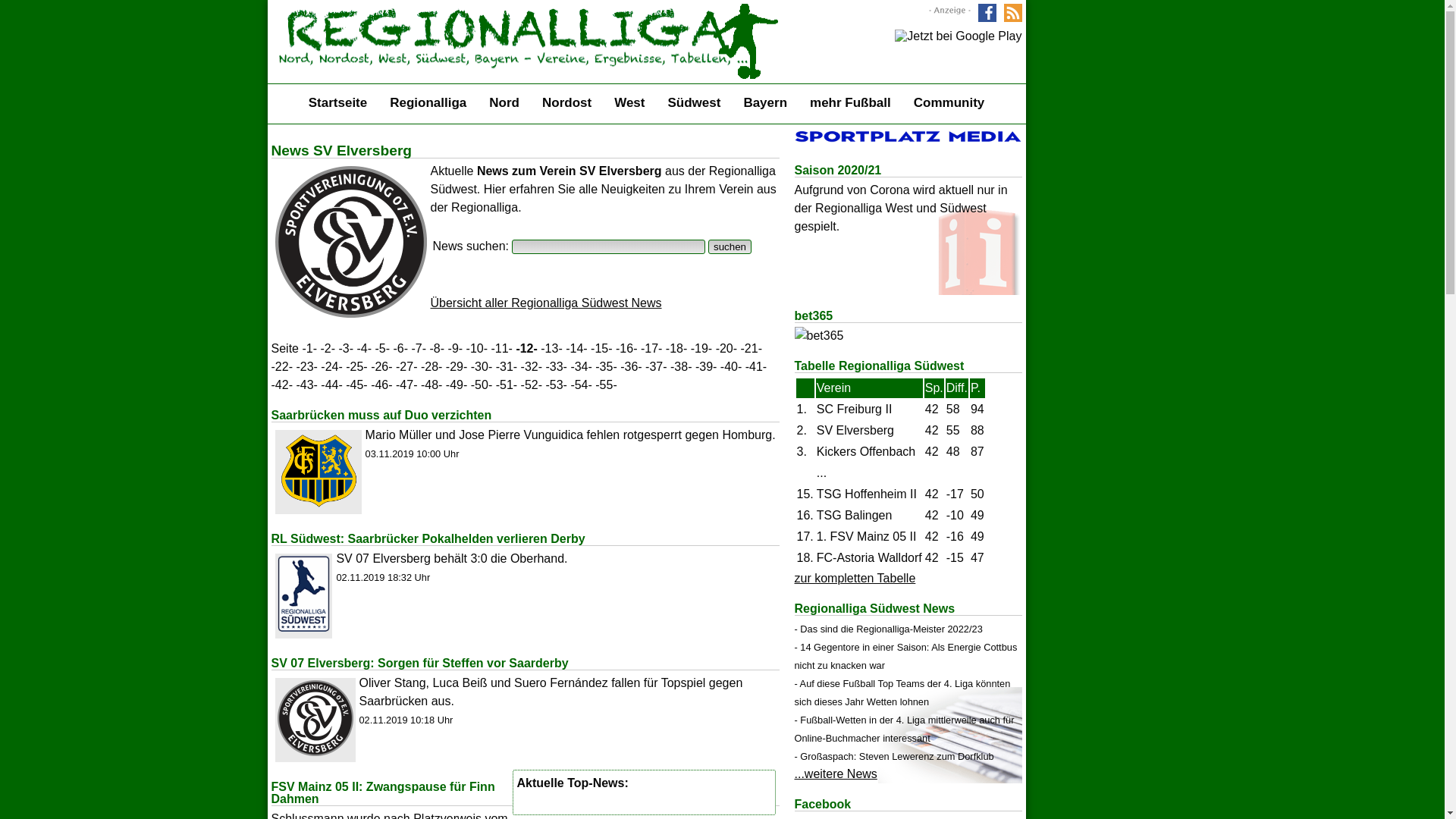  What do you see at coordinates (431, 384) in the screenshot?
I see `'-48-'` at bounding box center [431, 384].